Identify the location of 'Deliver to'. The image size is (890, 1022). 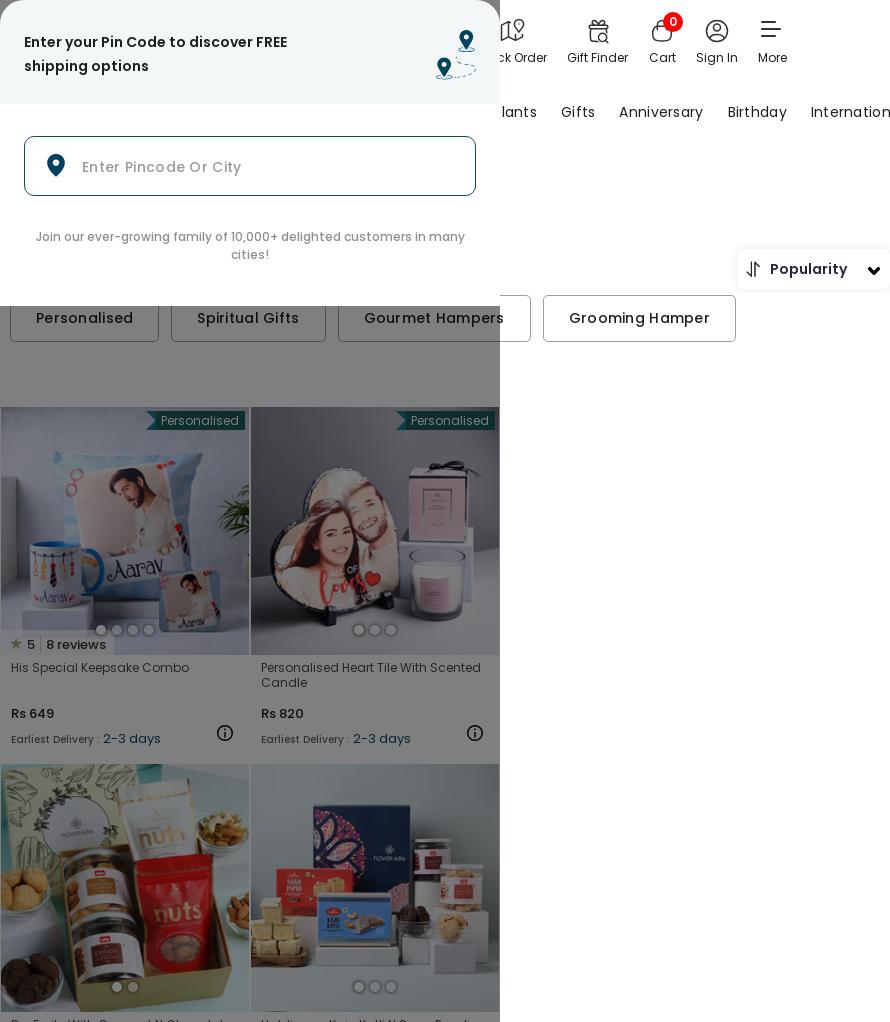
(288, 40).